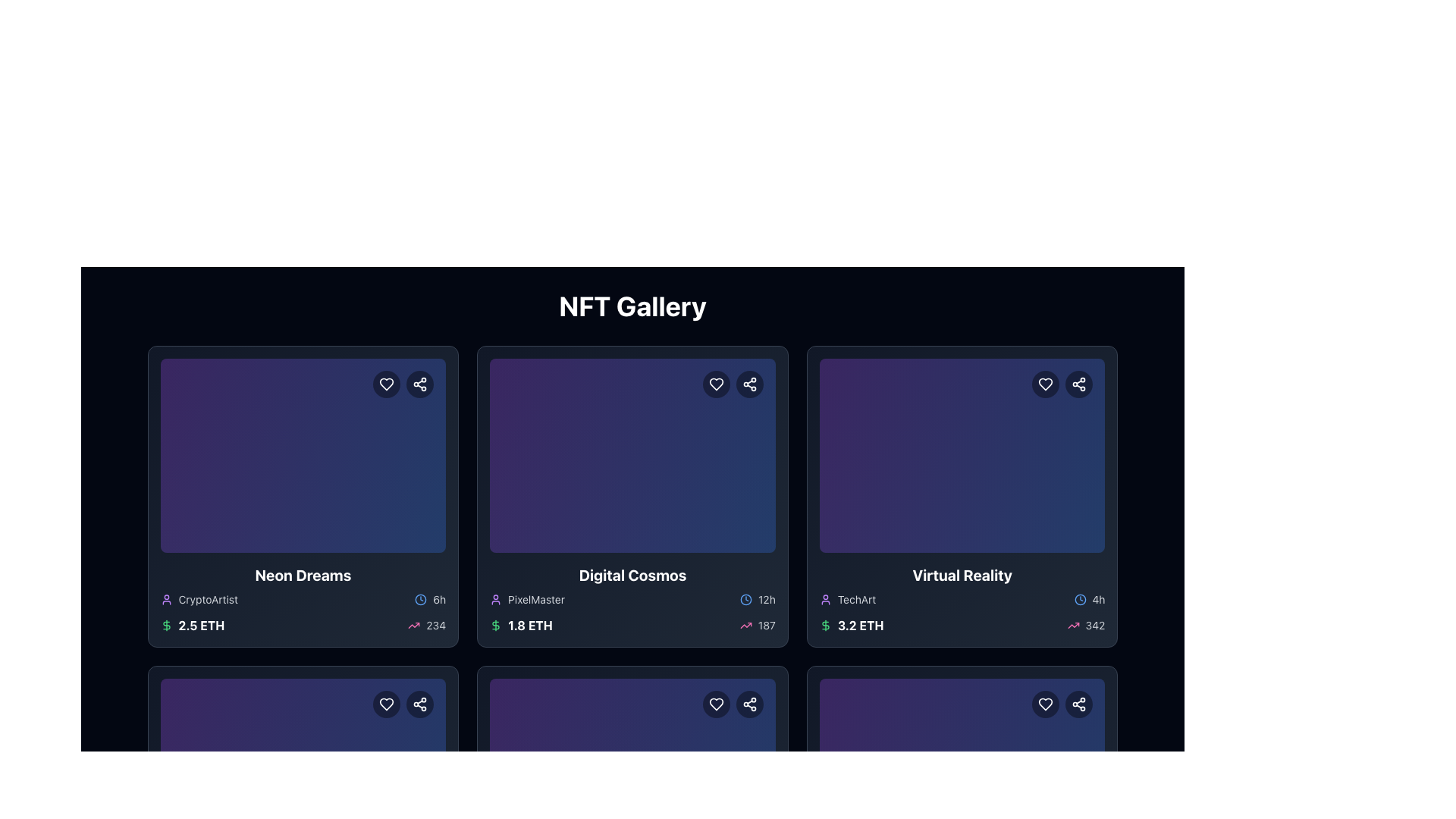 The width and height of the screenshot is (1456, 819). Describe the element at coordinates (715, 383) in the screenshot. I see `the heart icon in the top-right corner of the second card in the first row` at that location.